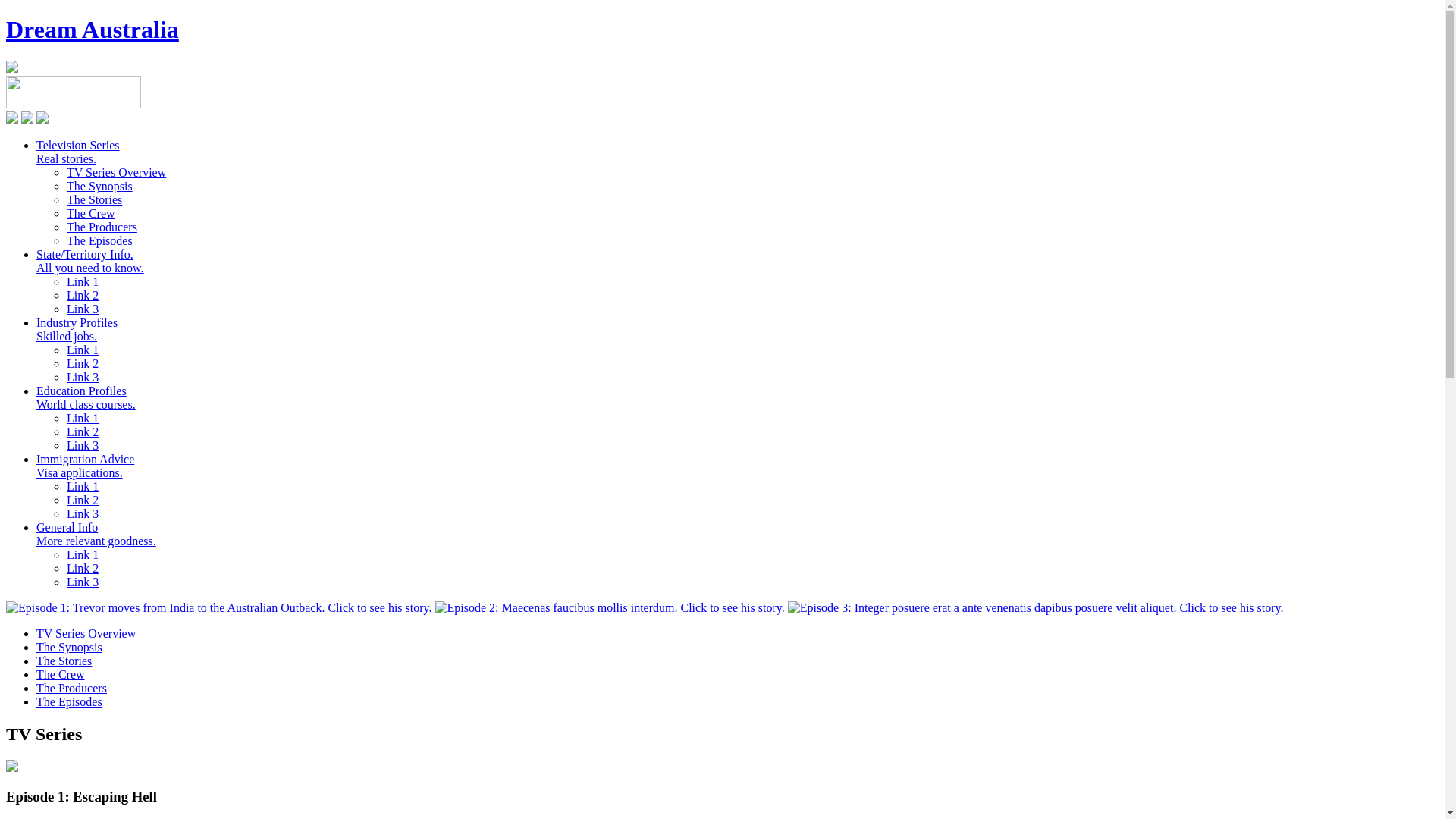 This screenshot has width=1456, height=819. What do you see at coordinates (90, 213) in the screenshot?
I see `'The Crew'` at bounding box center [90, 213].